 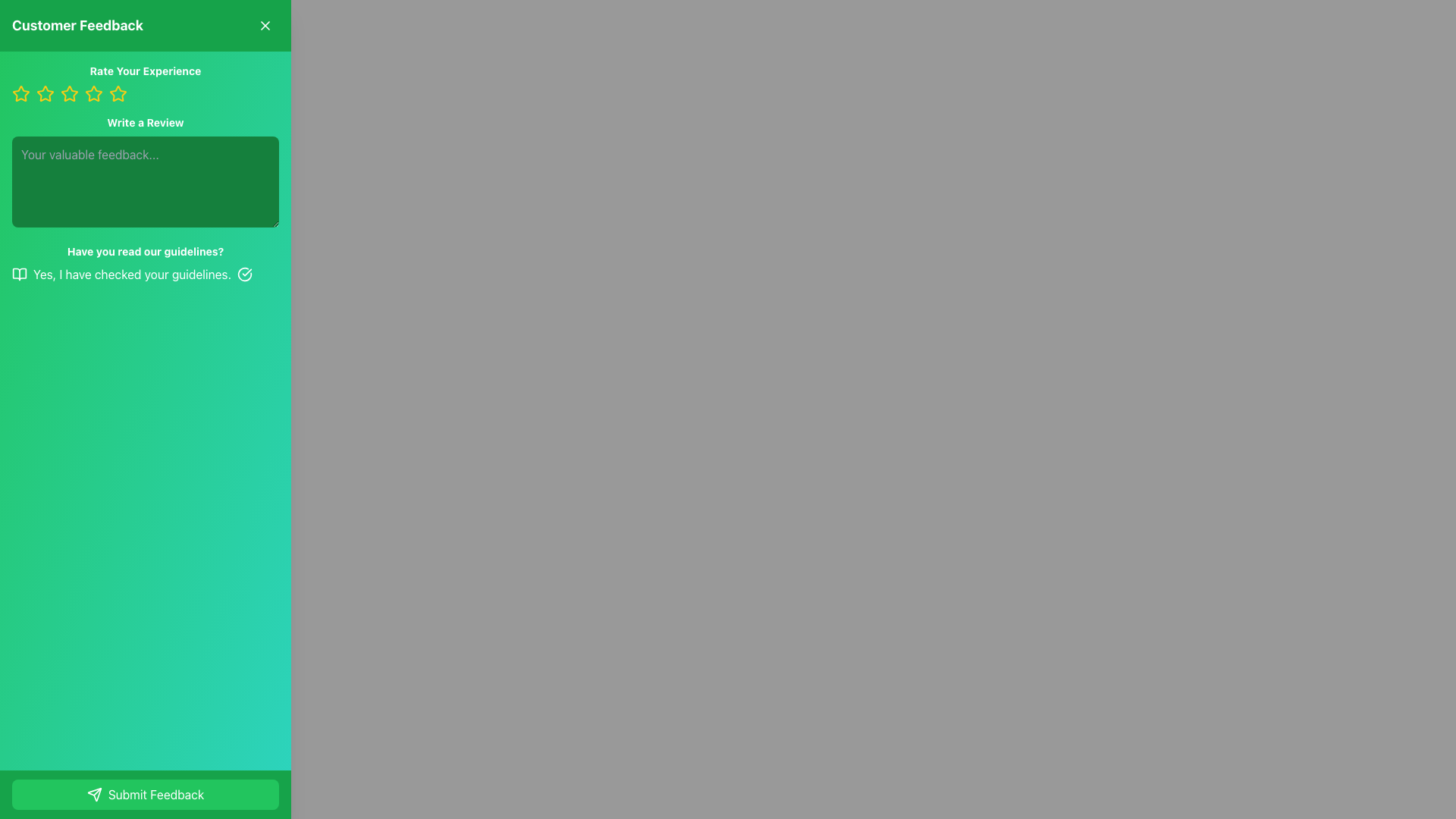 I want to click on the guiding Label for rating experience, which is positioned at the top of the feedback form, directly above the star icons, so click(x=146, y=71).